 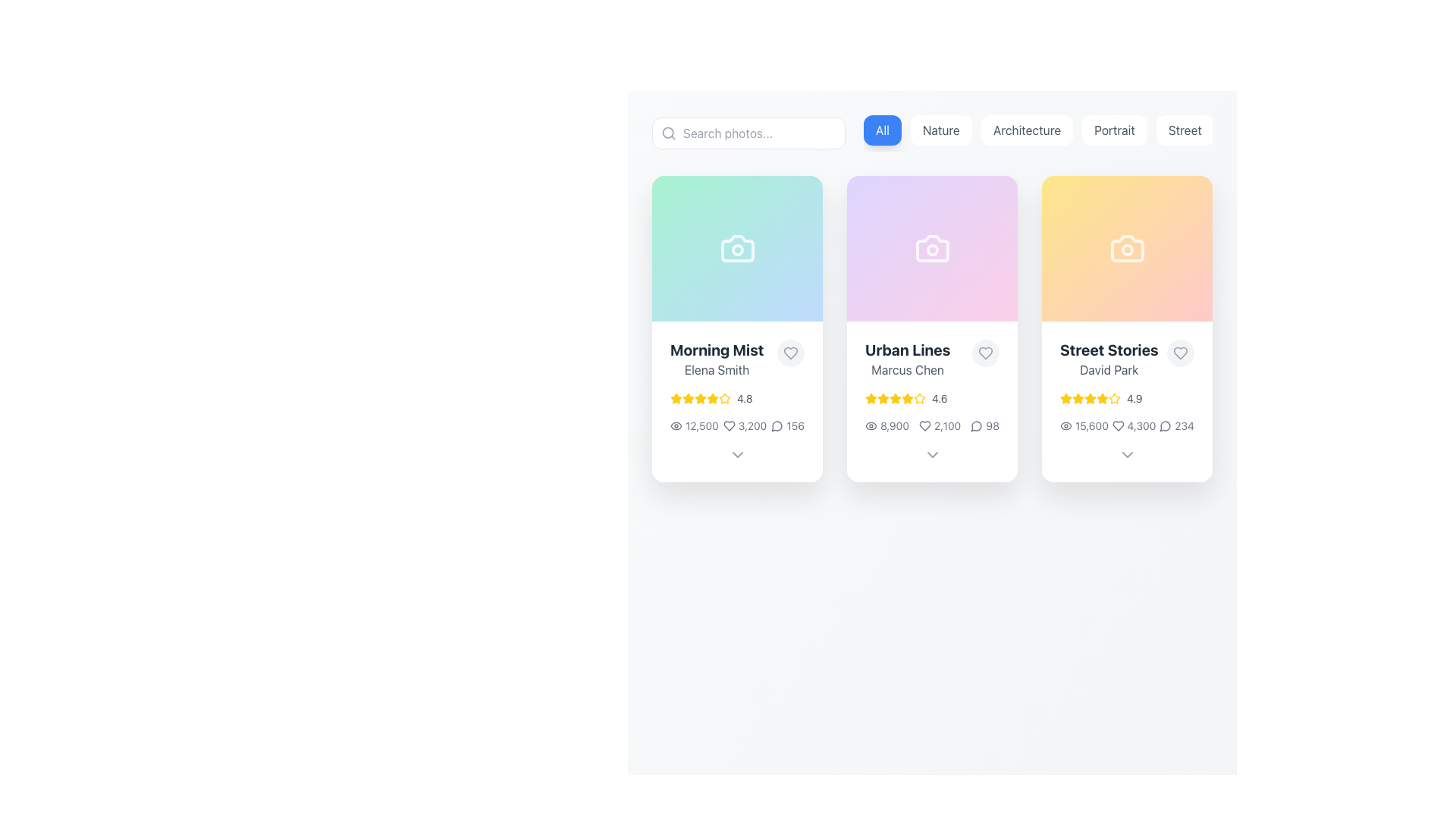 I want to click on the heart-shaped icon button in the top-right corner of the 'Morning Mist' card, so click(x=789, y=353).